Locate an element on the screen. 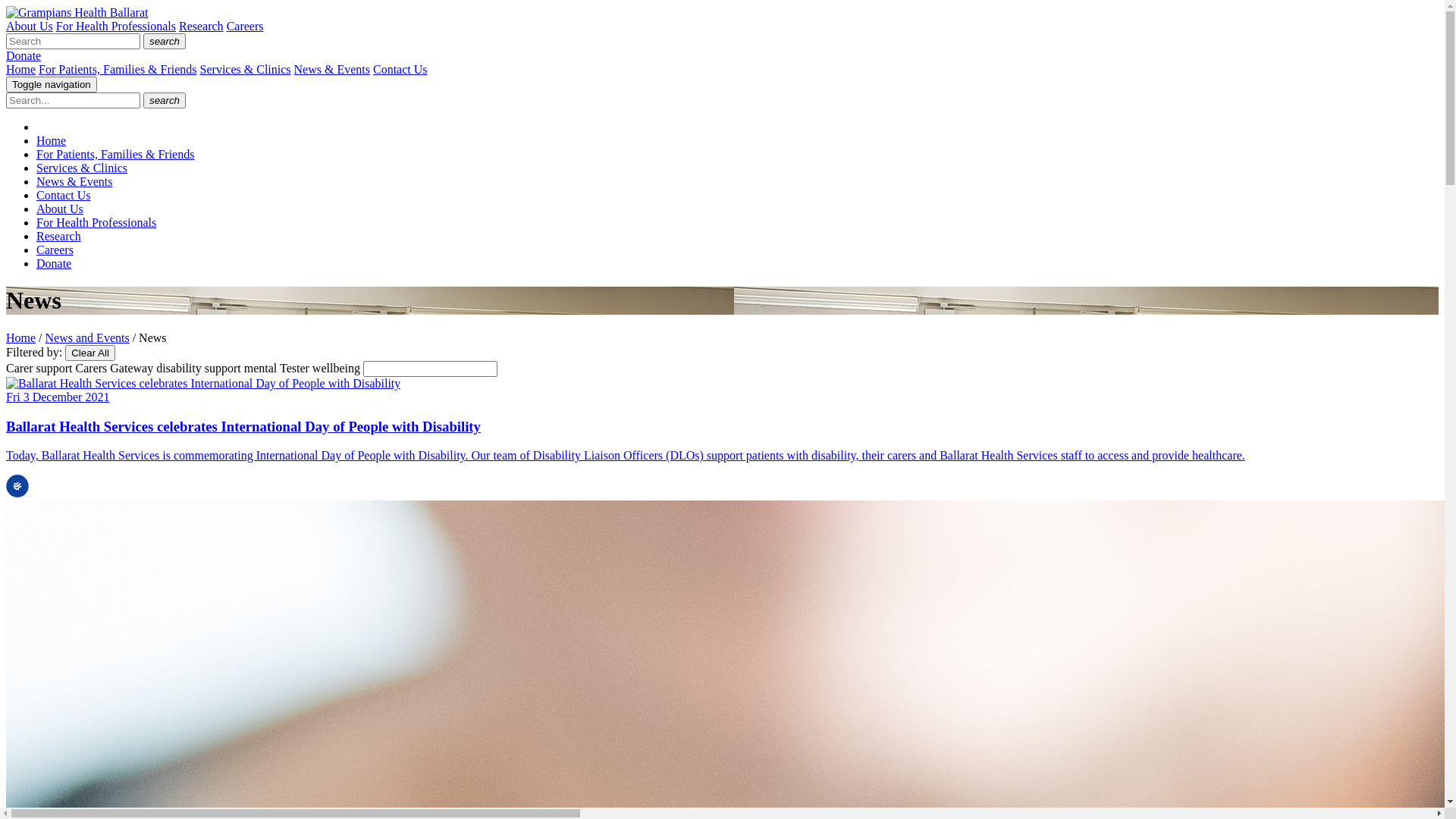 Image resolution: width=1456 pixels, height=819 pixels. 'For Health Professionals' is located at coordinates (95, 222).